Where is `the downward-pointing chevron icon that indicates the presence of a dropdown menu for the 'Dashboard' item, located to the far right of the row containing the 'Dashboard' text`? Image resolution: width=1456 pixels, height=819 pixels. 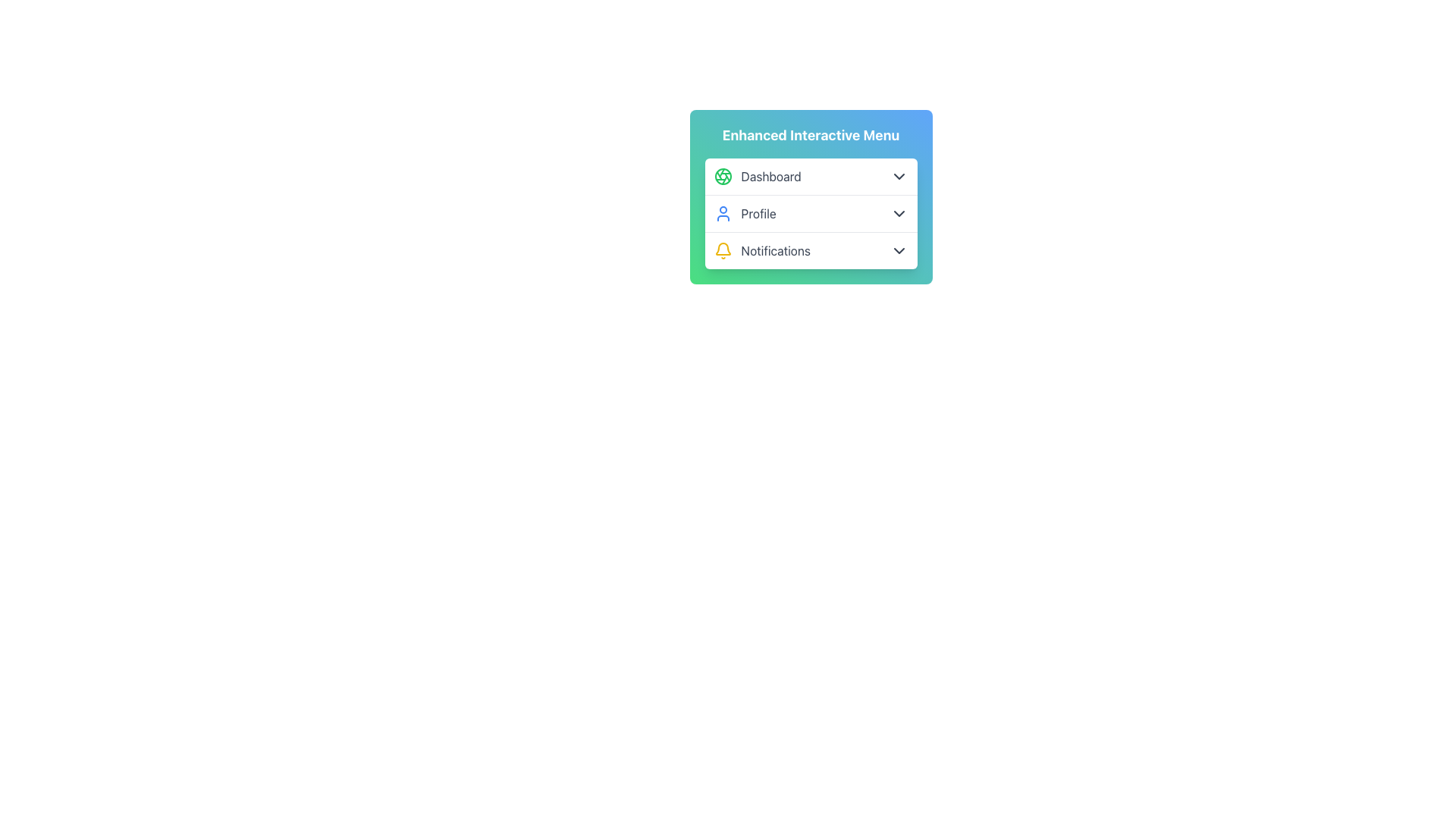 the downward-pointing chevron icon that indicates the presence of a dropdown menu for the 'Dashboard' item, located to the far right of the row containing the 'Dashboard' text is located at coordinates (899, 175).